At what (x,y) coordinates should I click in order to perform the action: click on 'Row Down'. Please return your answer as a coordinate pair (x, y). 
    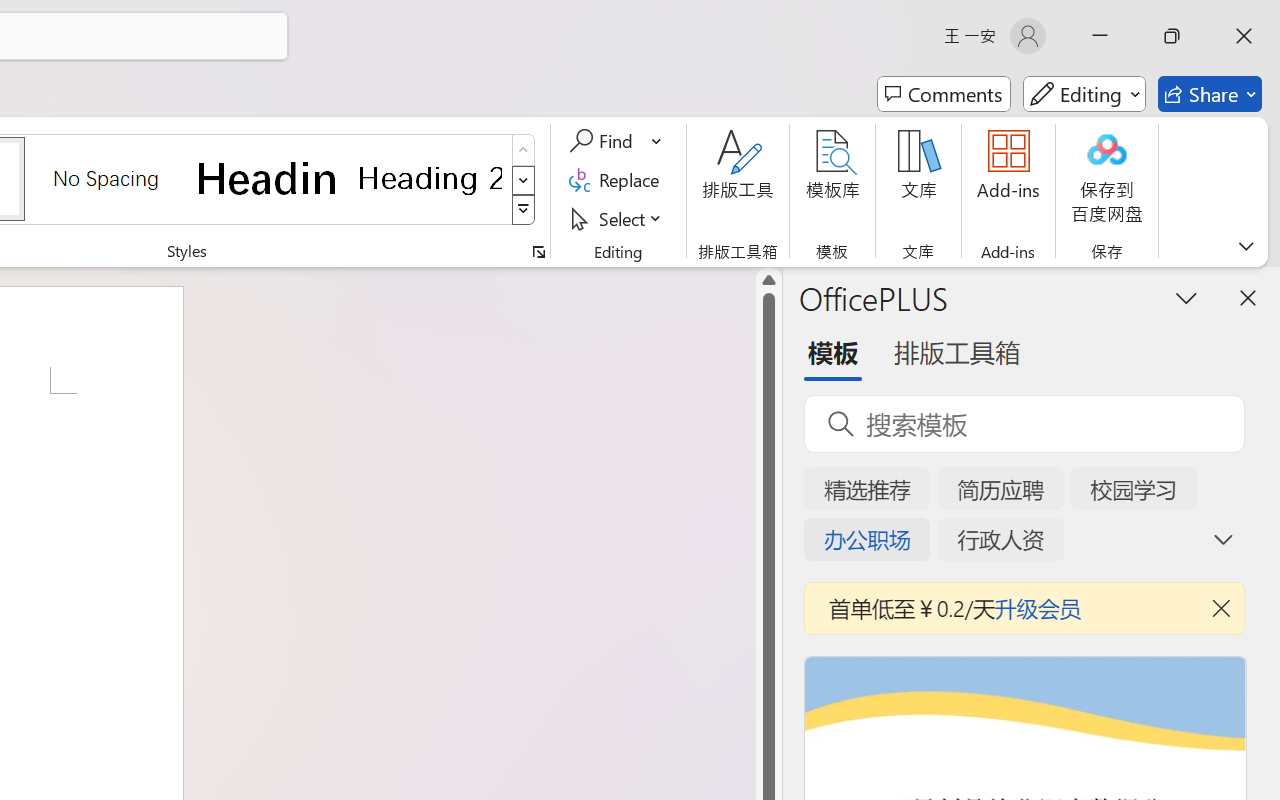
    Looking at the image, I should click on (523, 179).